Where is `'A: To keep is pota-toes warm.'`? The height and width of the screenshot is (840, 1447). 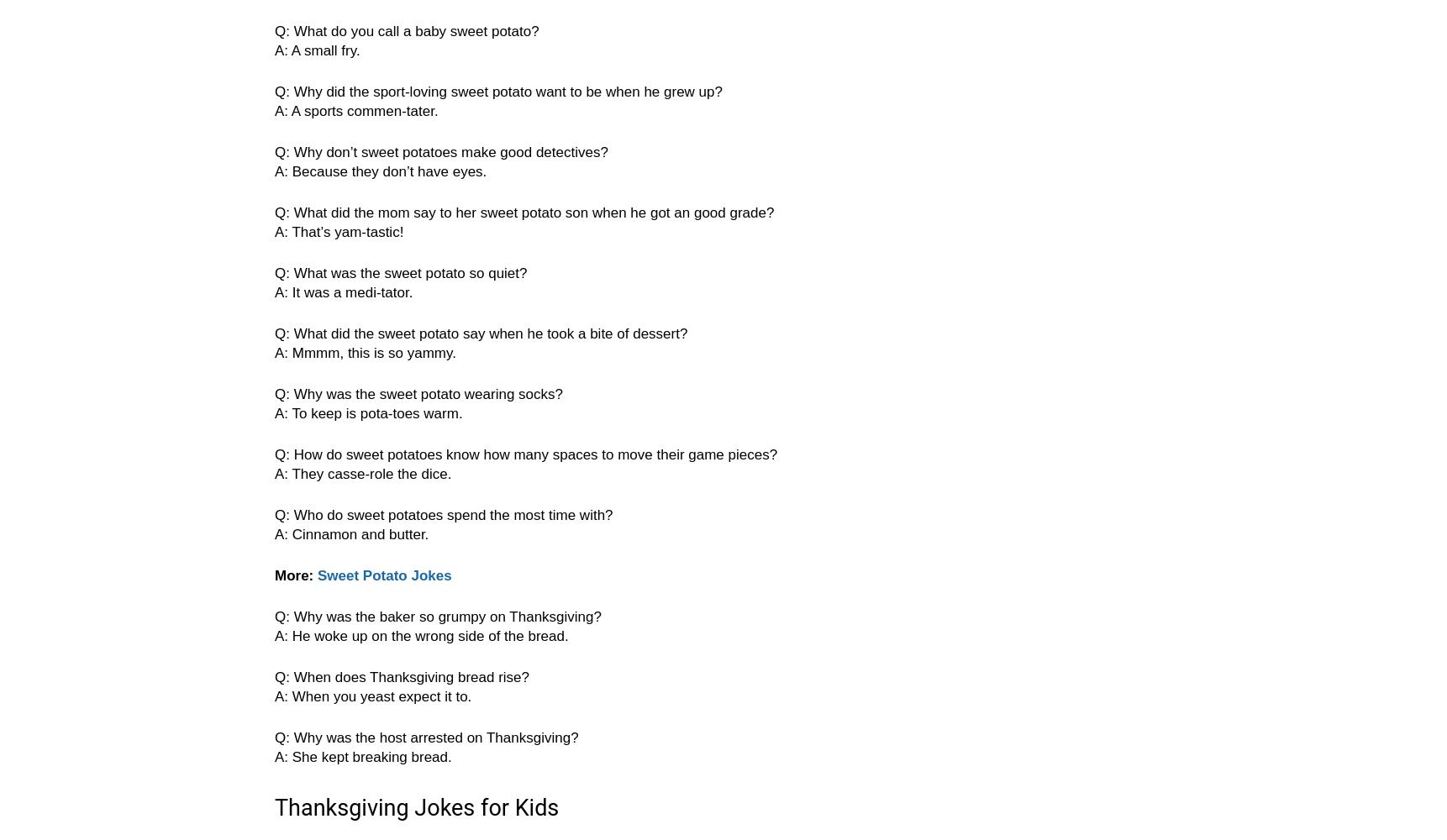 'A: To keep is pota-toes warm.' is located at coordinates (367, 412).